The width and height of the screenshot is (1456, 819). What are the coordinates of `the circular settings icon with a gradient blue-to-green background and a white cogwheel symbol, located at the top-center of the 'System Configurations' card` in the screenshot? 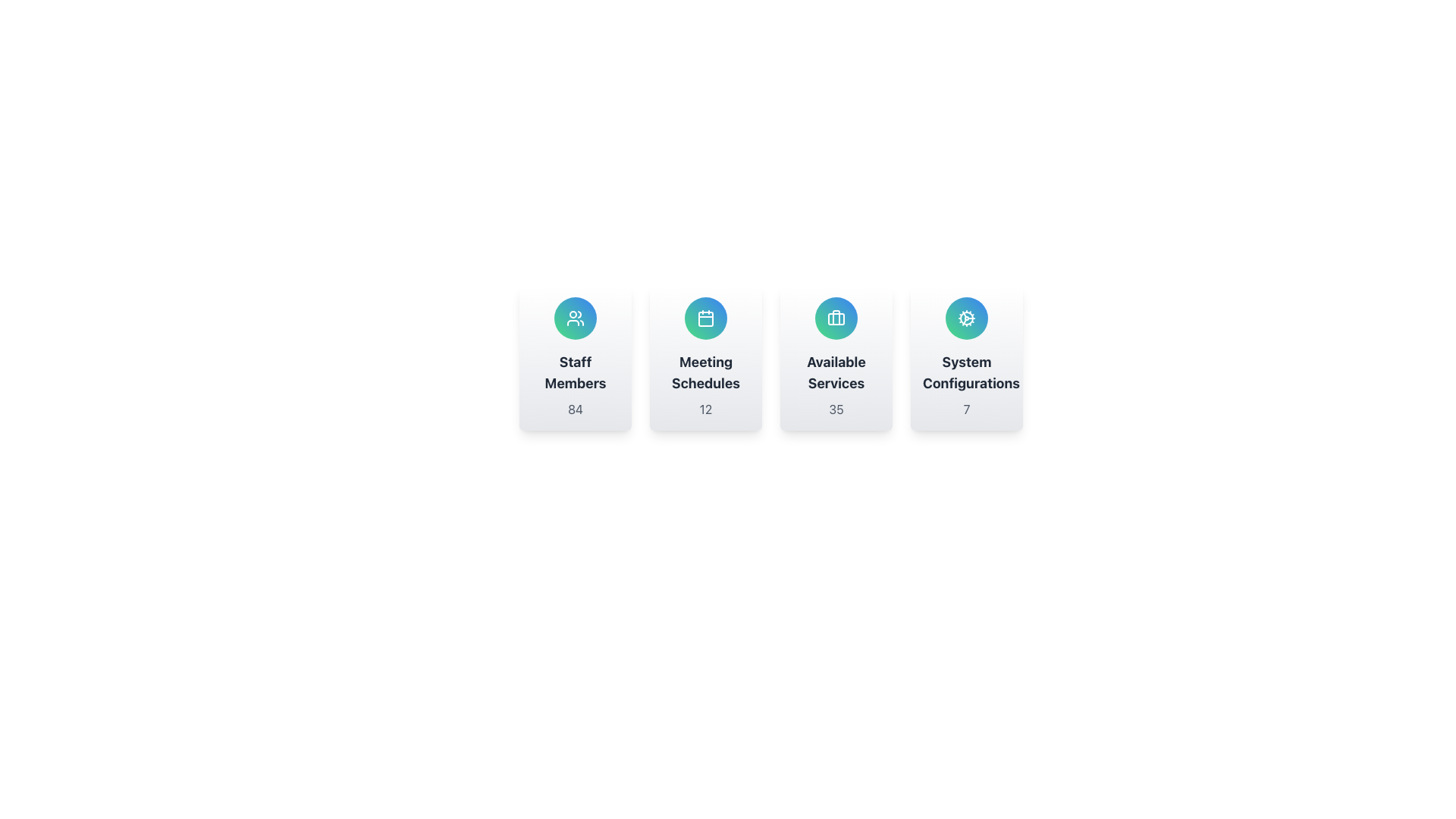 It's located at (966, 318).